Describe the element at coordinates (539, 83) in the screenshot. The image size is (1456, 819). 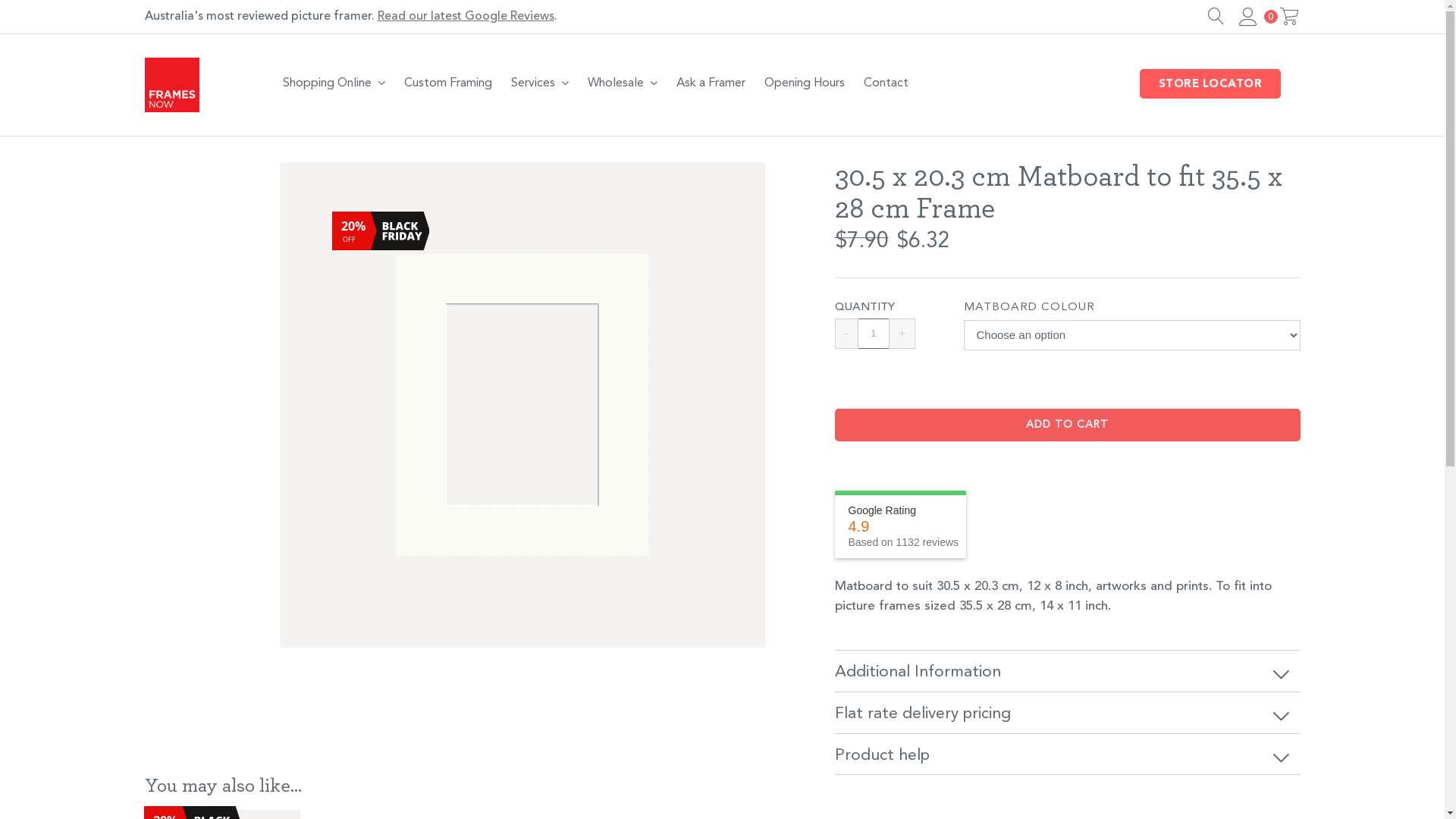
I see `'Services'` at that location.